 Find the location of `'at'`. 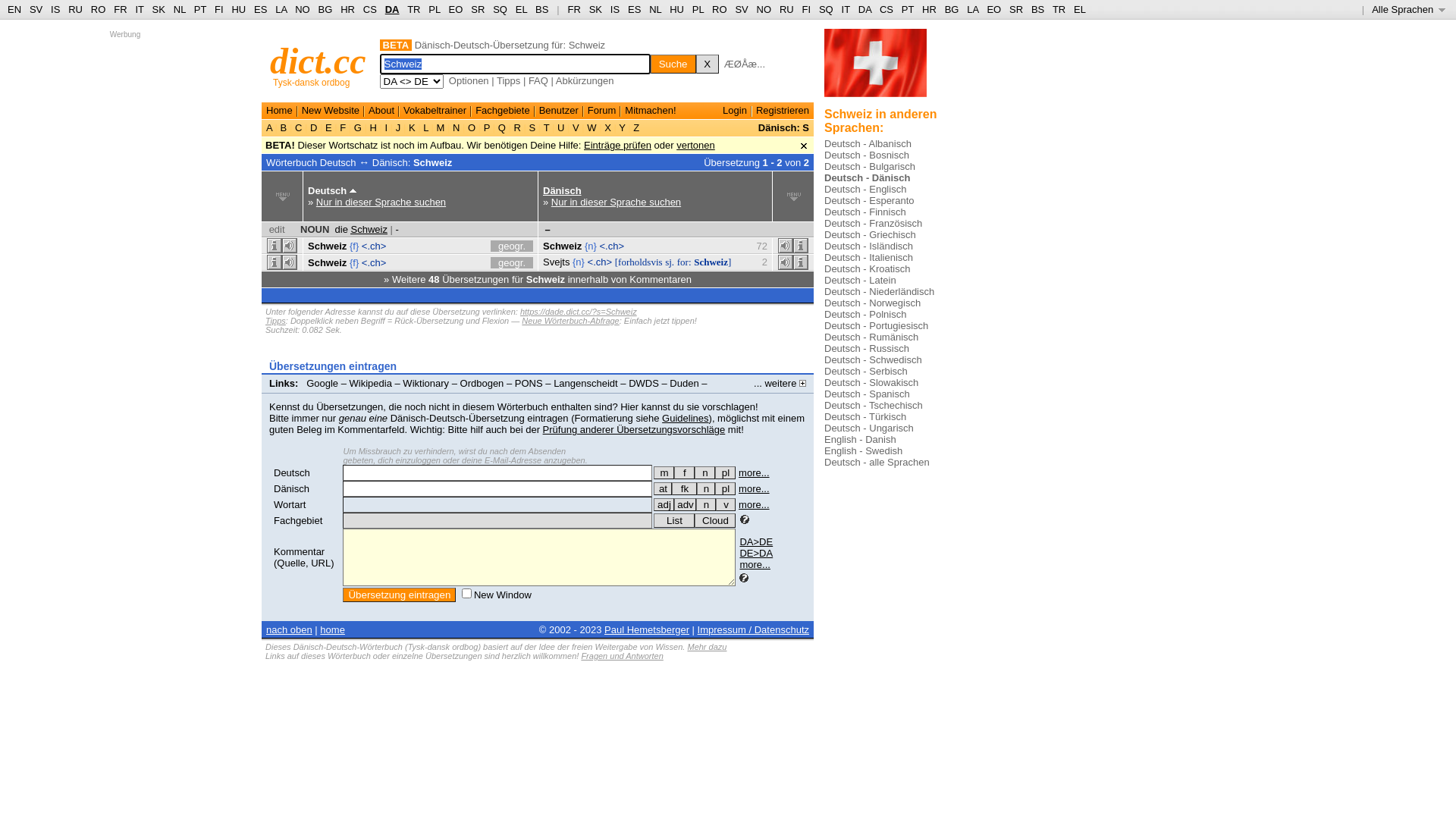

'at' is located at coordinates (662, 488).